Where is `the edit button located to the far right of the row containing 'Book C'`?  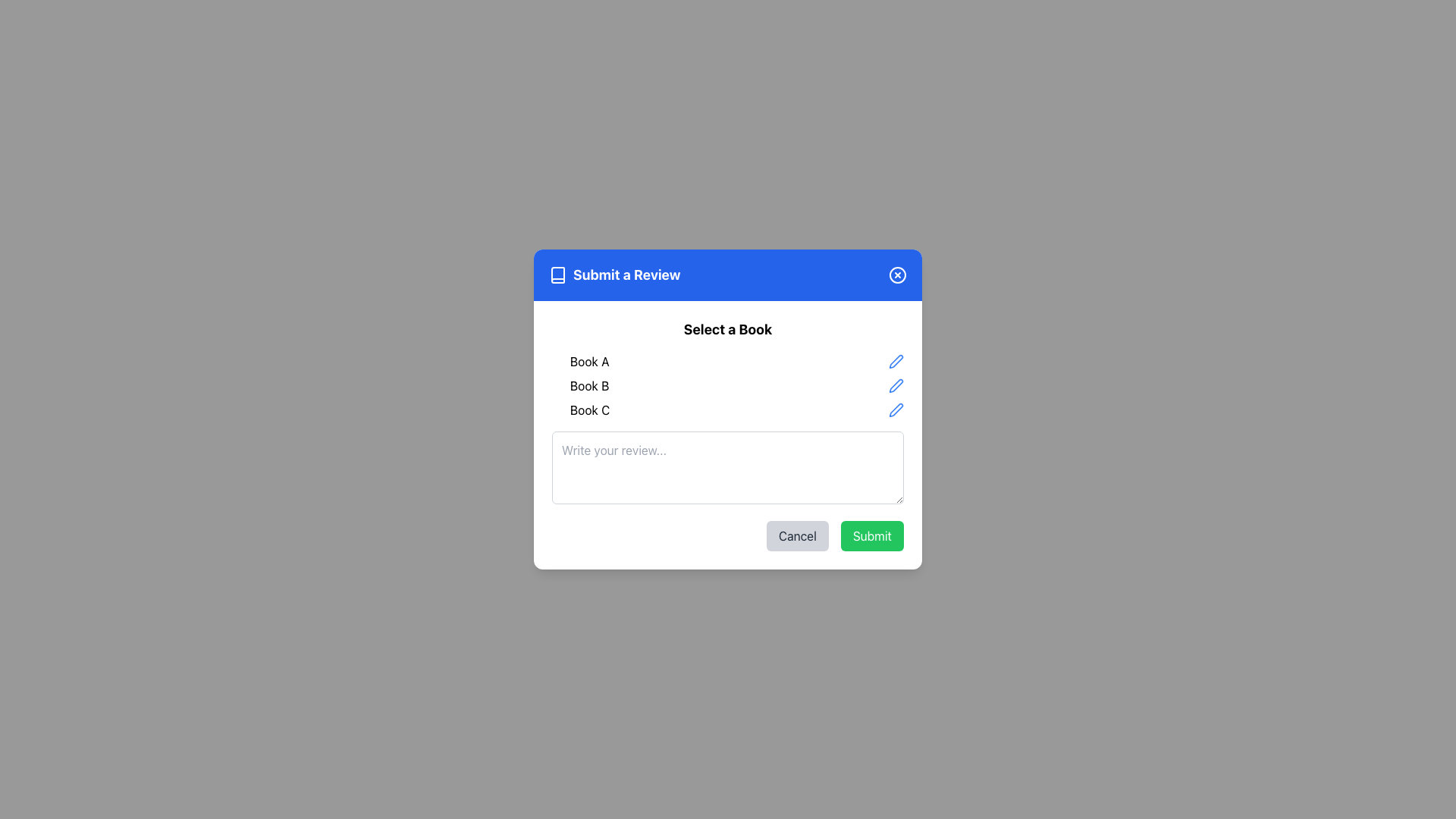
the edit button located to the far right of the row containing 'Book C' is located at coordinates (896, 409).